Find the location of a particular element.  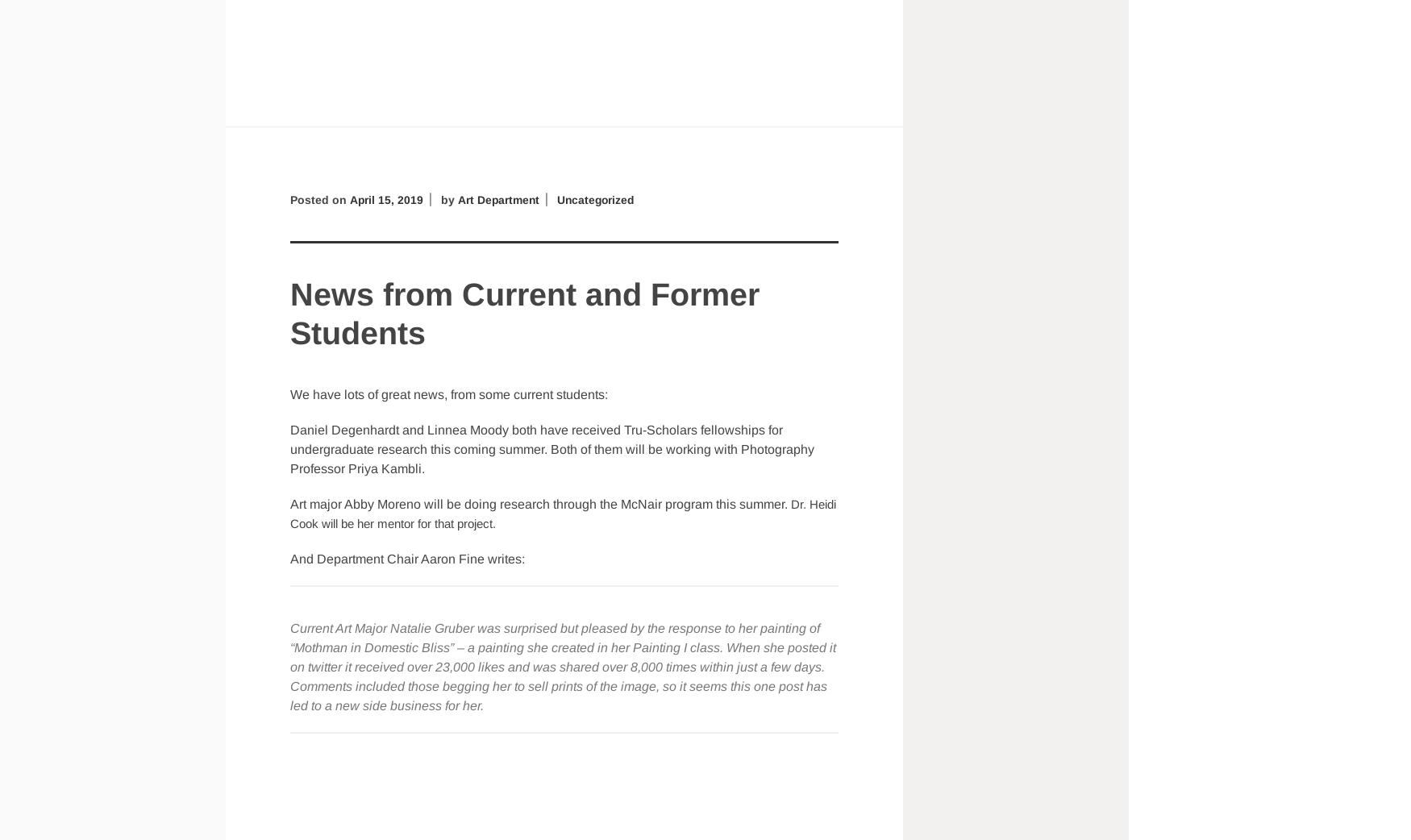

'Dr. Heidi Cook will be her mentor for that project.' is located at coordinates (563, 513).